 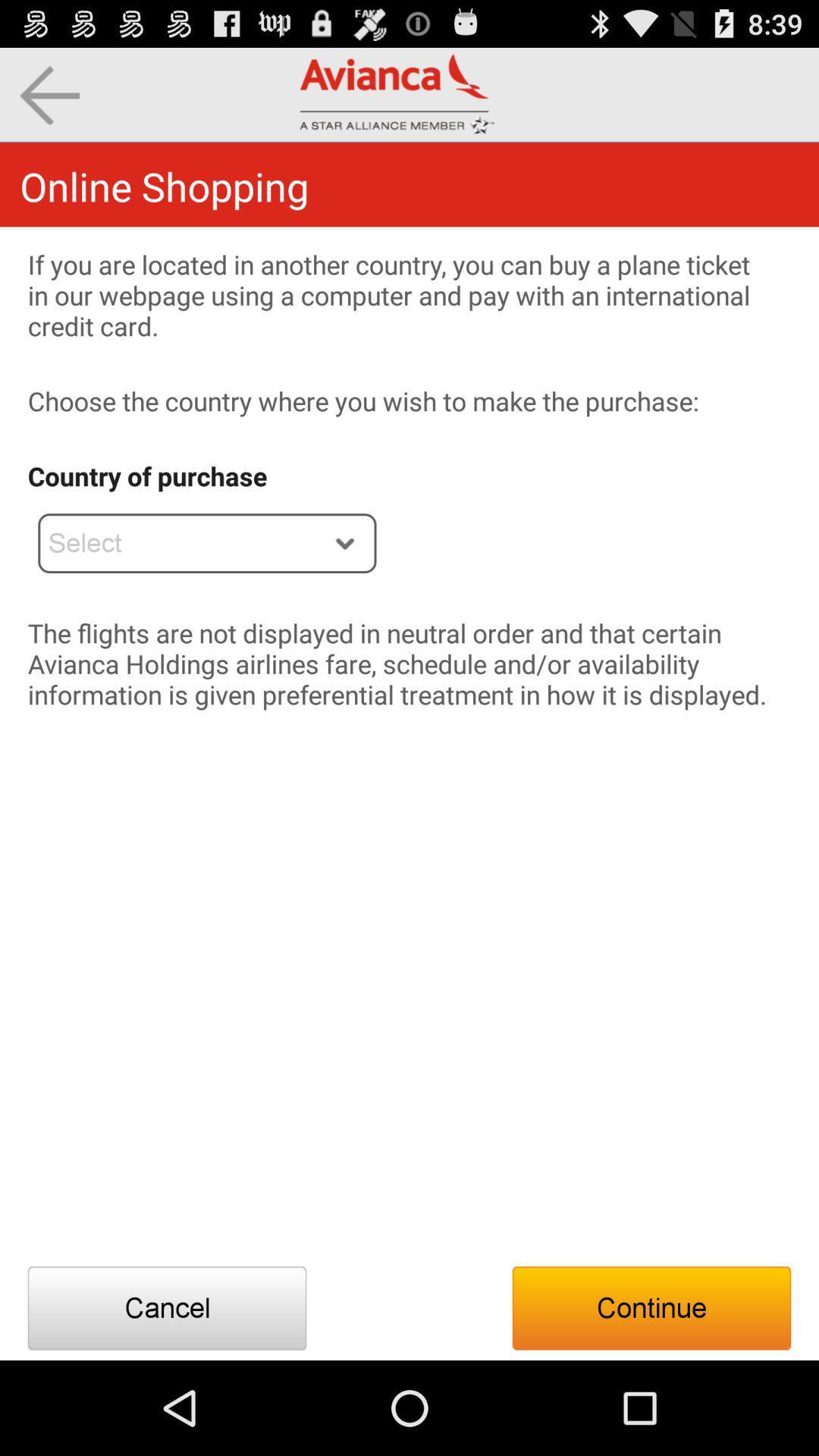 I want to click on the icon below the flights are, so click(x=651, y=1307).